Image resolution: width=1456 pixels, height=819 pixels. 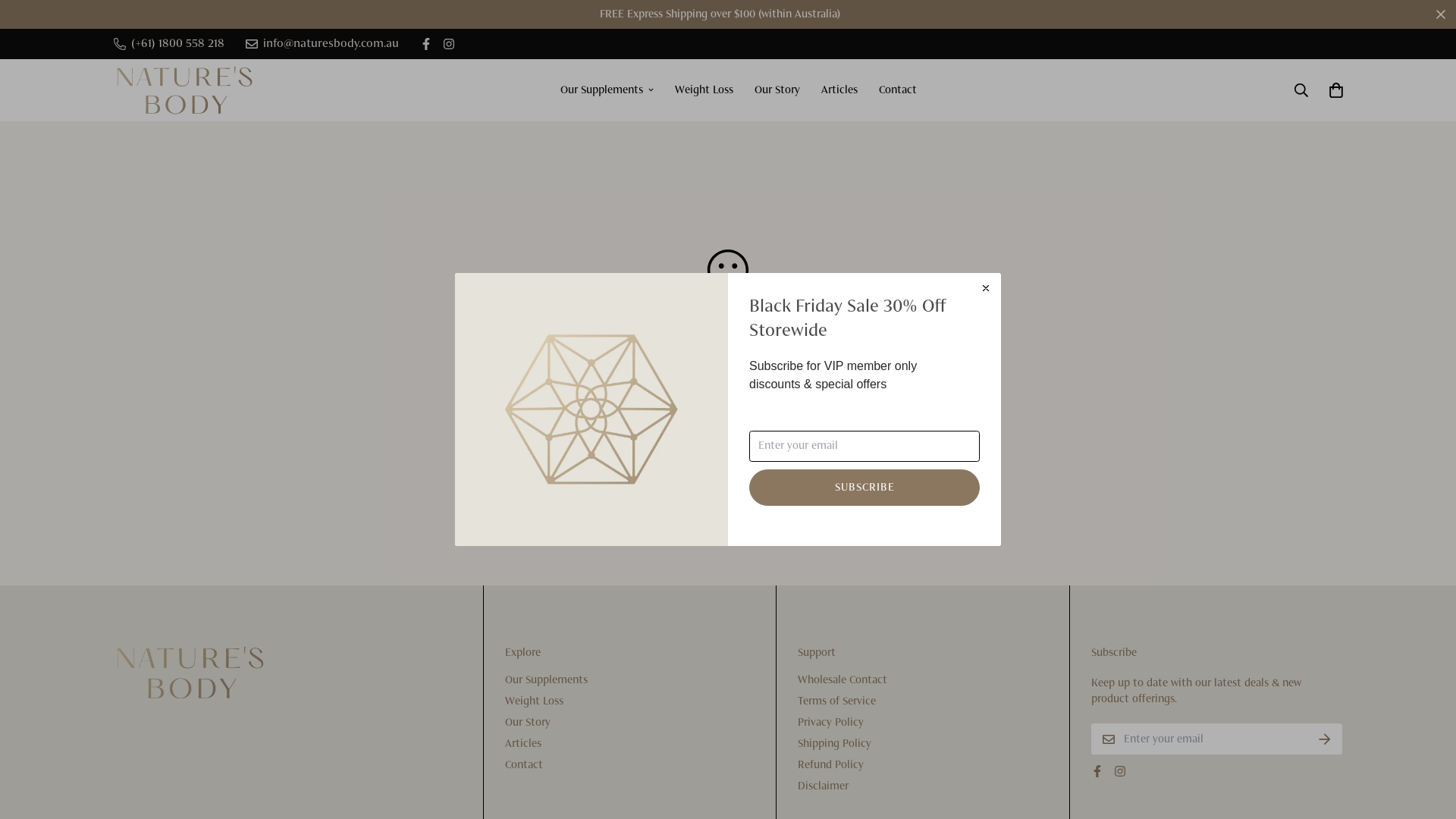 I want to click on 'Weight Loss', so click(x=534, y=701).